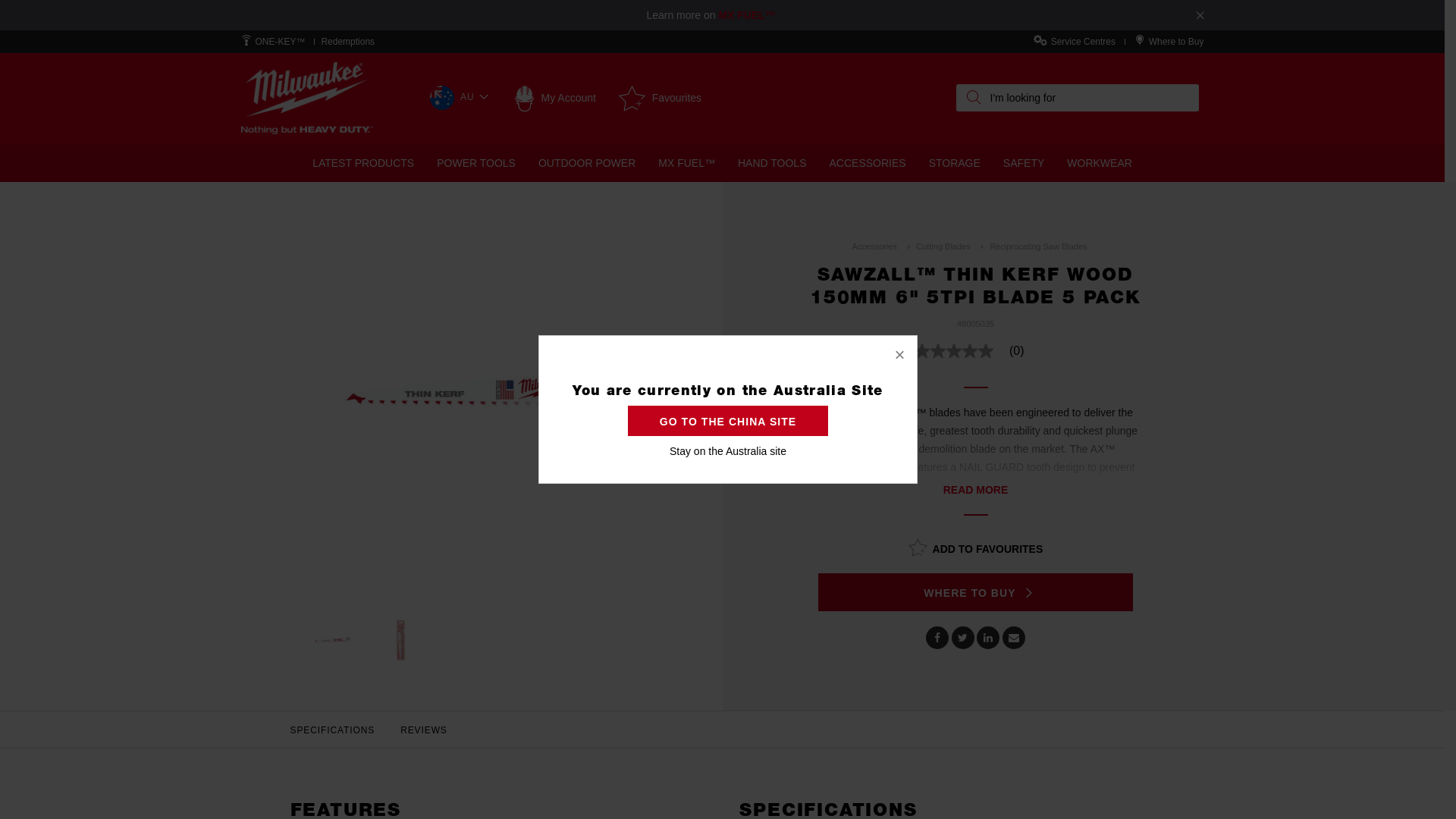  I want to click on 'POWER TOOLS', so click(475, 163).